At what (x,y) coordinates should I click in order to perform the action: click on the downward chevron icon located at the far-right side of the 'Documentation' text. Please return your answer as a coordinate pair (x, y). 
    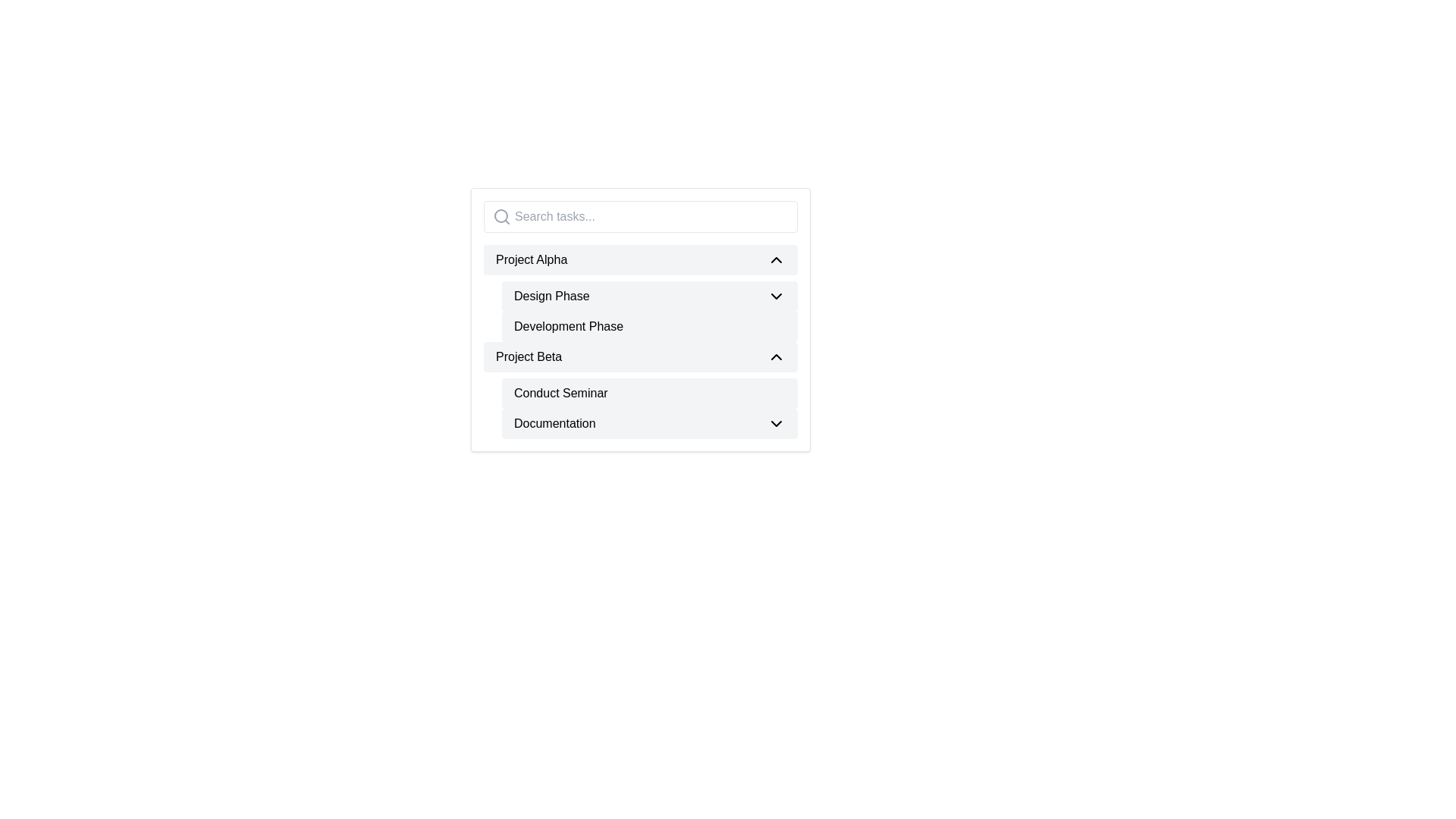
    Looking at the image, I should click on (776, 424).